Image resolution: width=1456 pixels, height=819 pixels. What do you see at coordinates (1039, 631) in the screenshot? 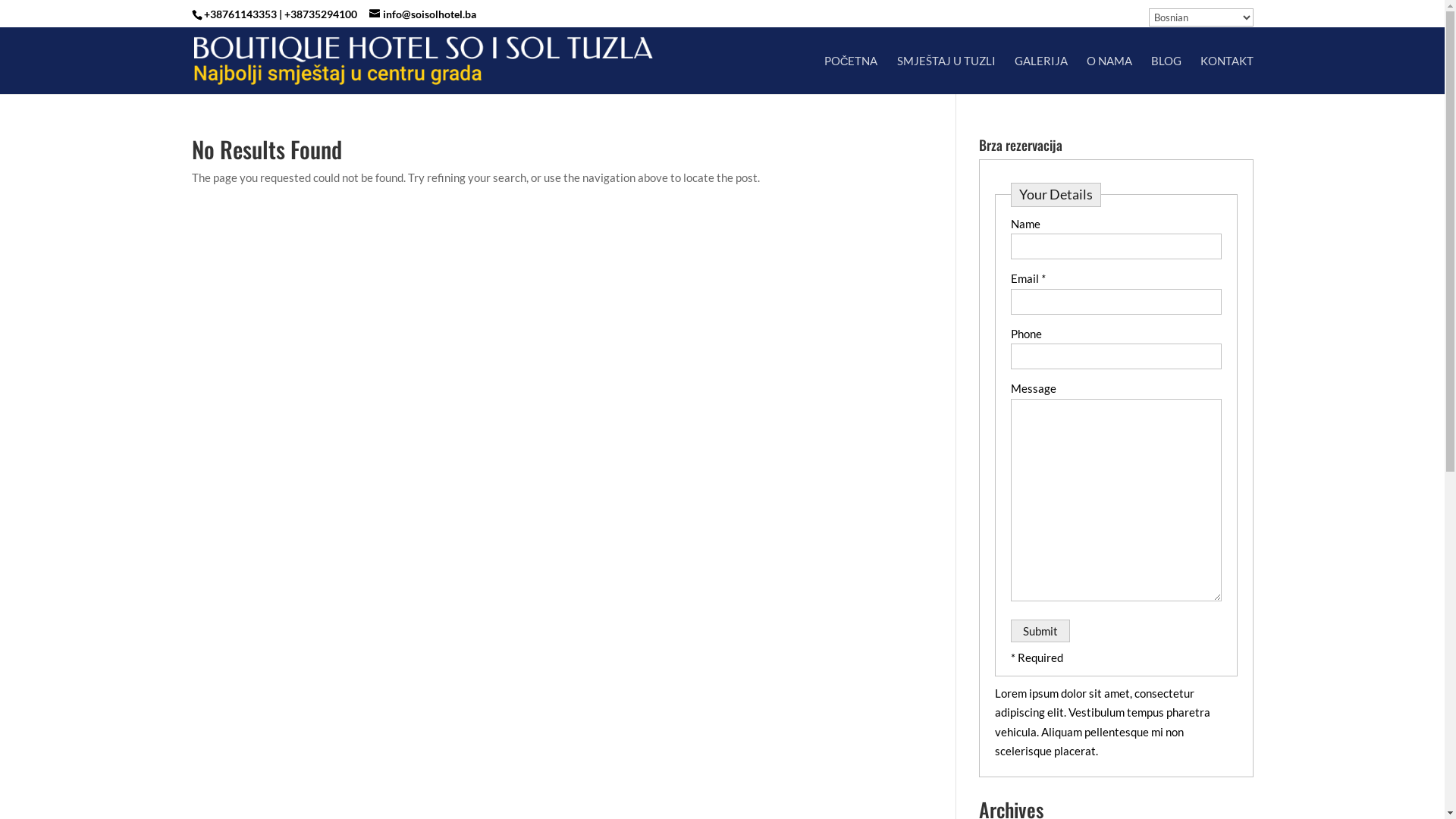
I see `'Submit'` at bounding box center [1039, 631].